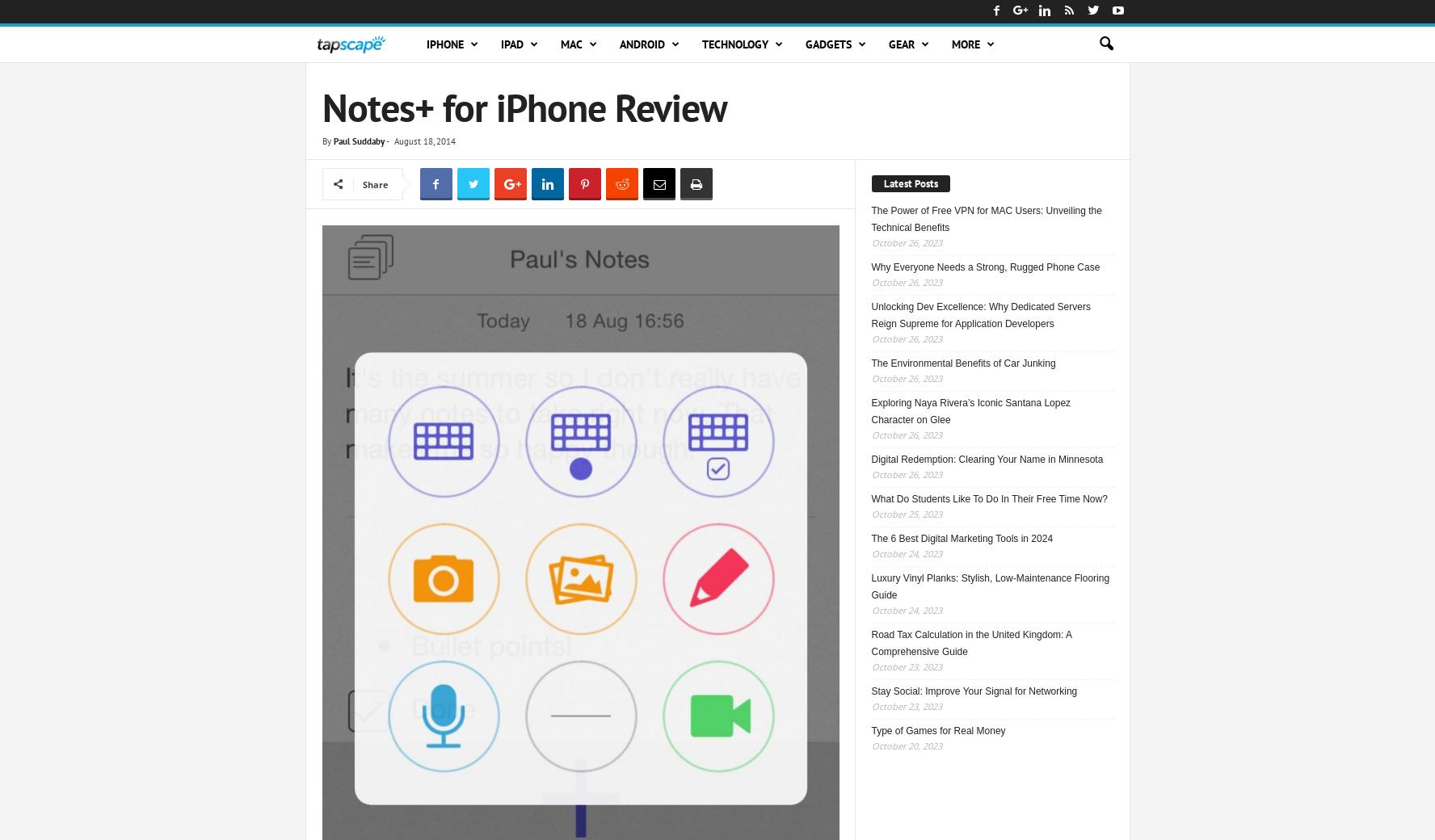  Describe the element at coordinates (986, 458) in the screenshot. I see `'Digital Redemption: Clearing Your Name in Minnesota'` at that location.